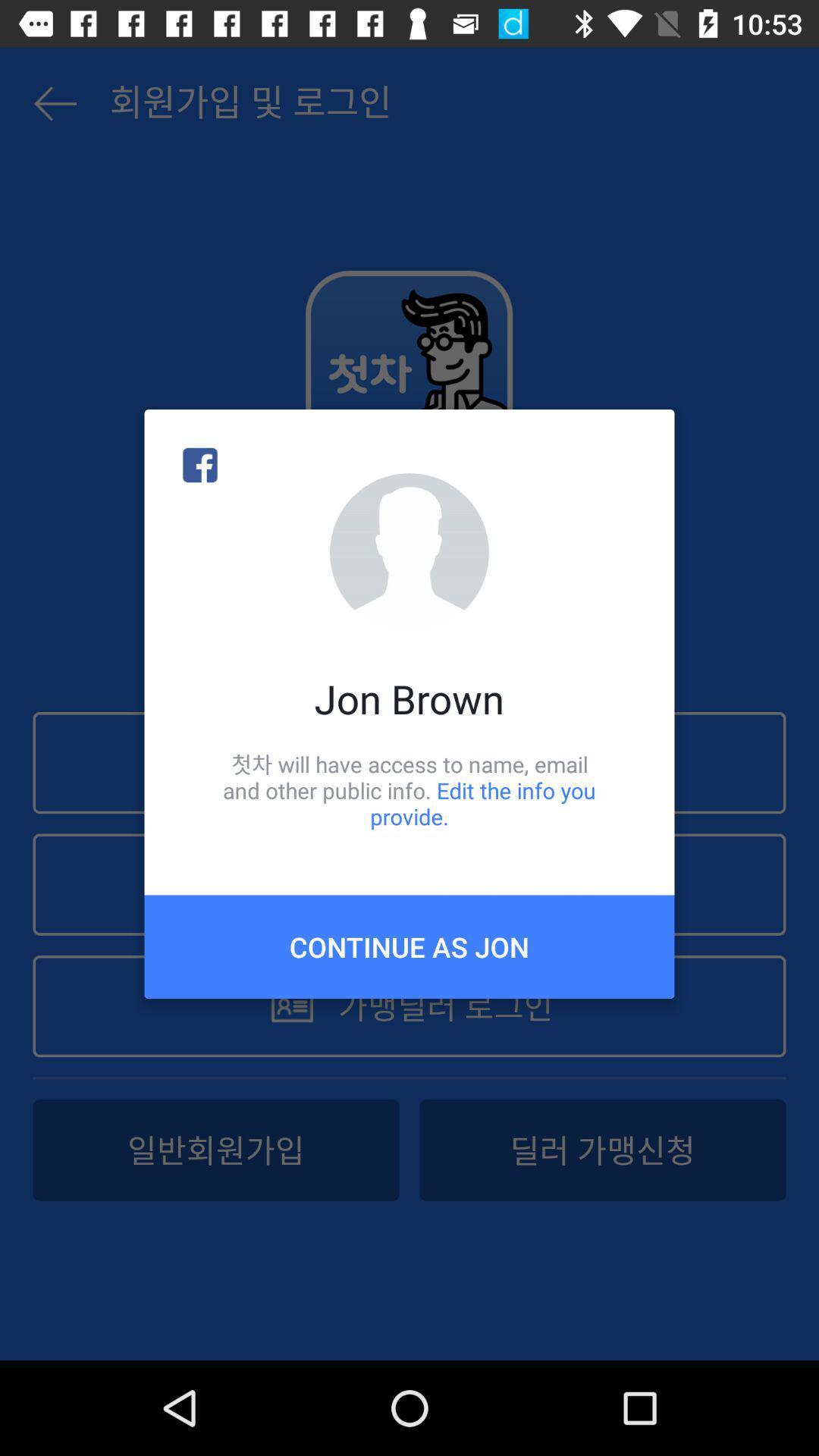  I want to click on the icon above continue as jon item, so click(409, 789).